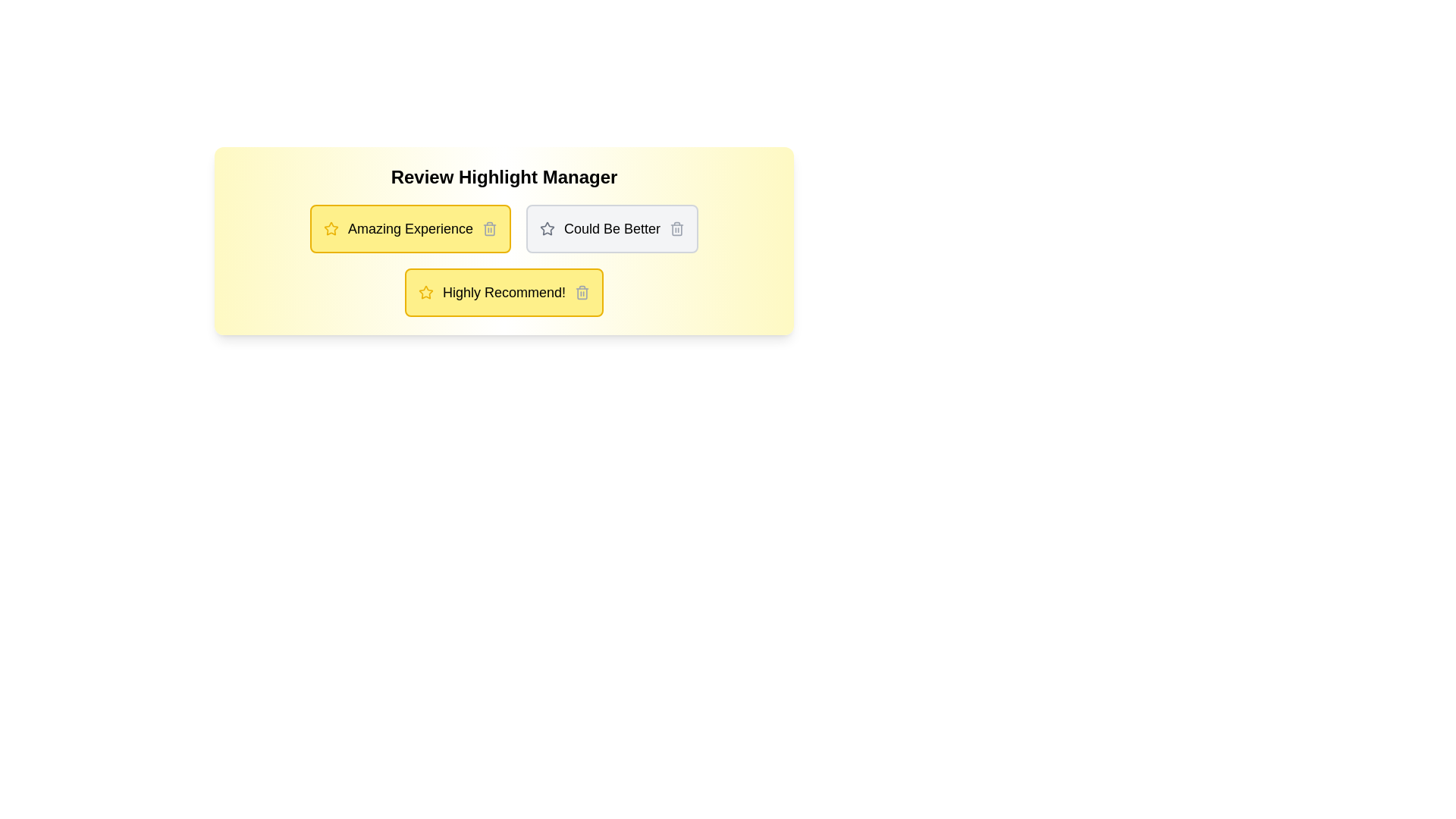 The width and height of the screenshot is (1456, 819). Describe the element at coordinates (676, 228) in the screenshot. I see `the trash icon for the review titled Could Be Better` at that location.